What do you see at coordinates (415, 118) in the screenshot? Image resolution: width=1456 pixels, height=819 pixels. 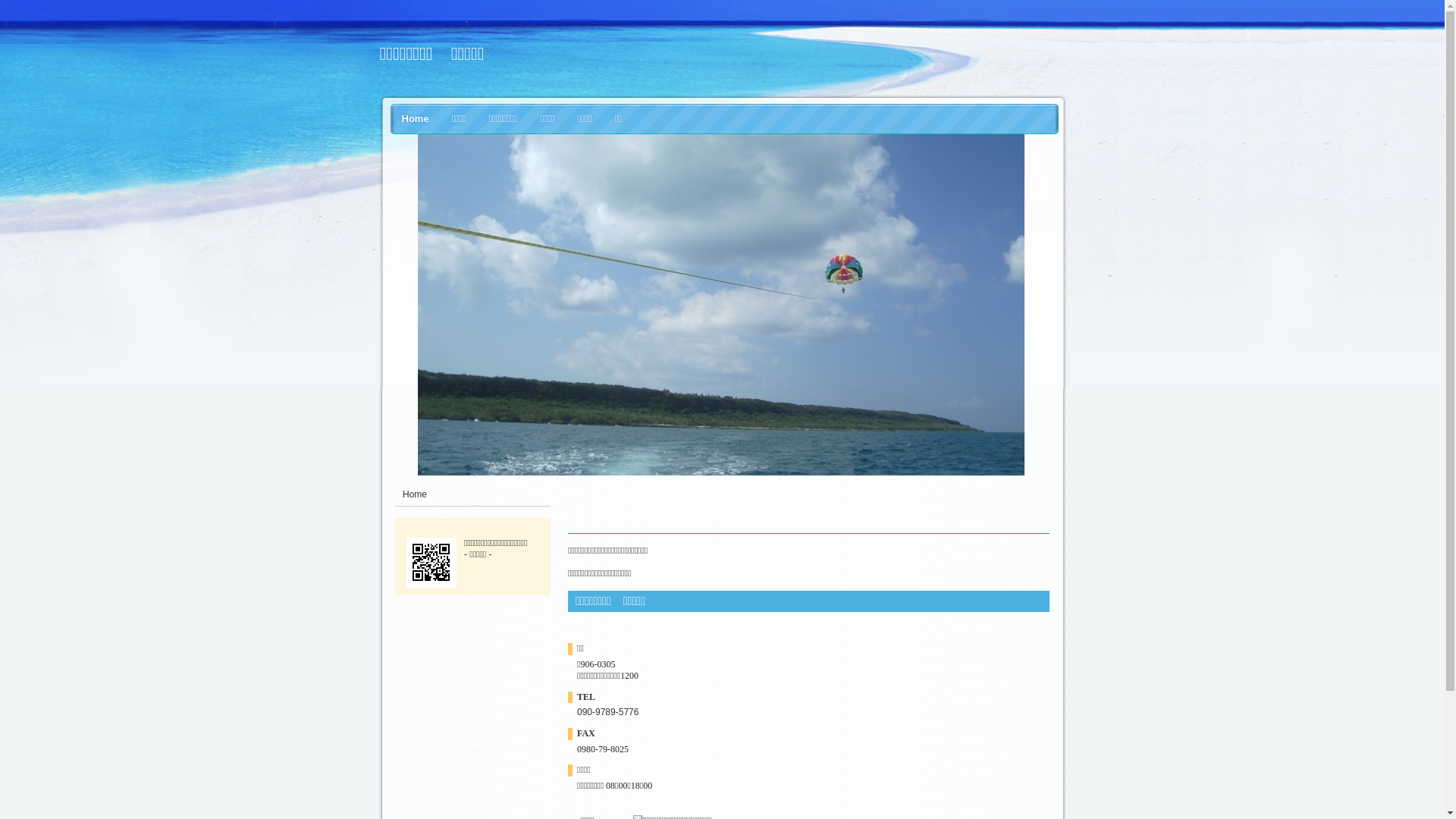 I see `'Home'` at bounding box center [415, 118].